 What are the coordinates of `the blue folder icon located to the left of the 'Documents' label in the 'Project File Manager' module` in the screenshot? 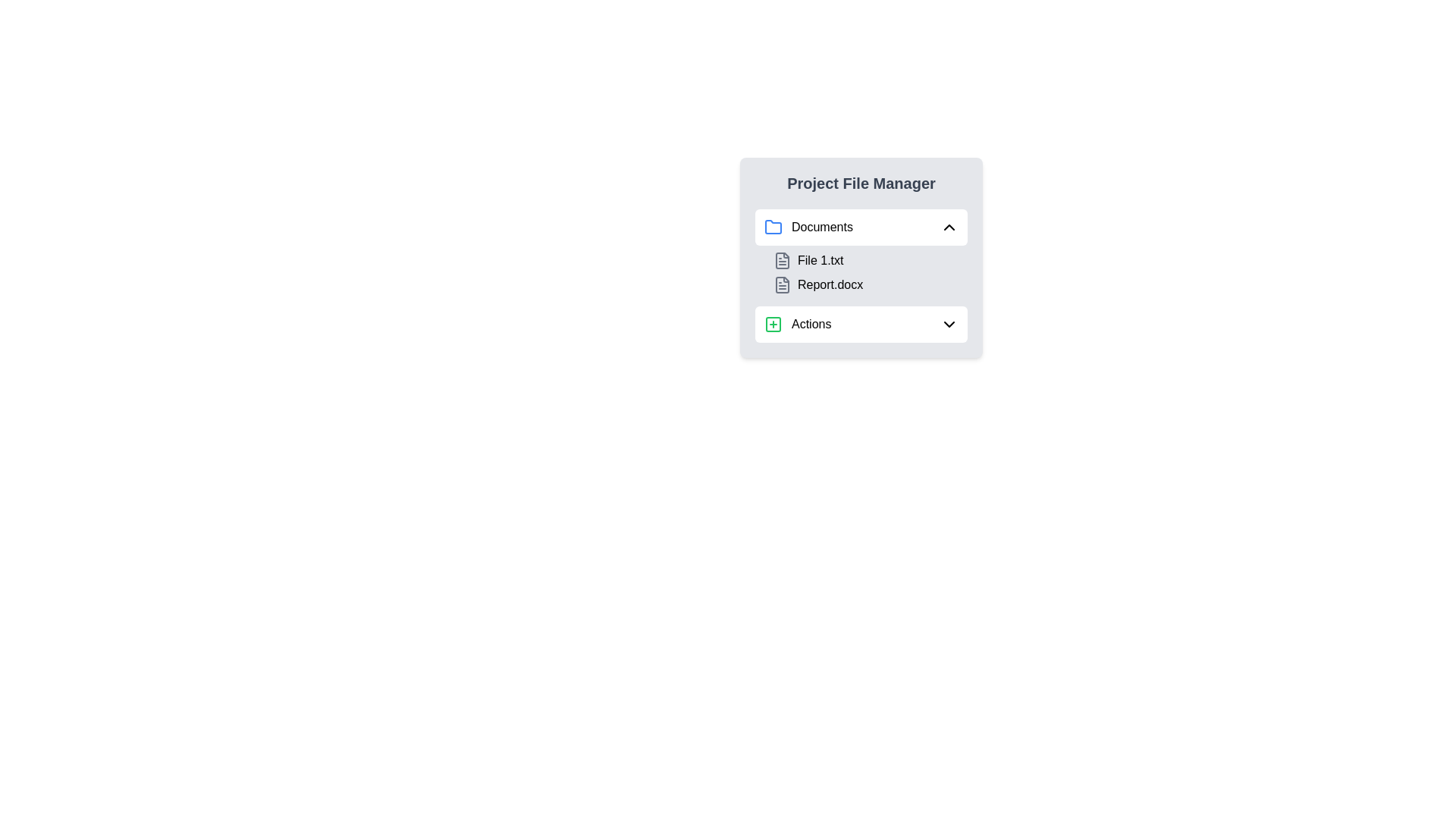 It's located at (773, 227).